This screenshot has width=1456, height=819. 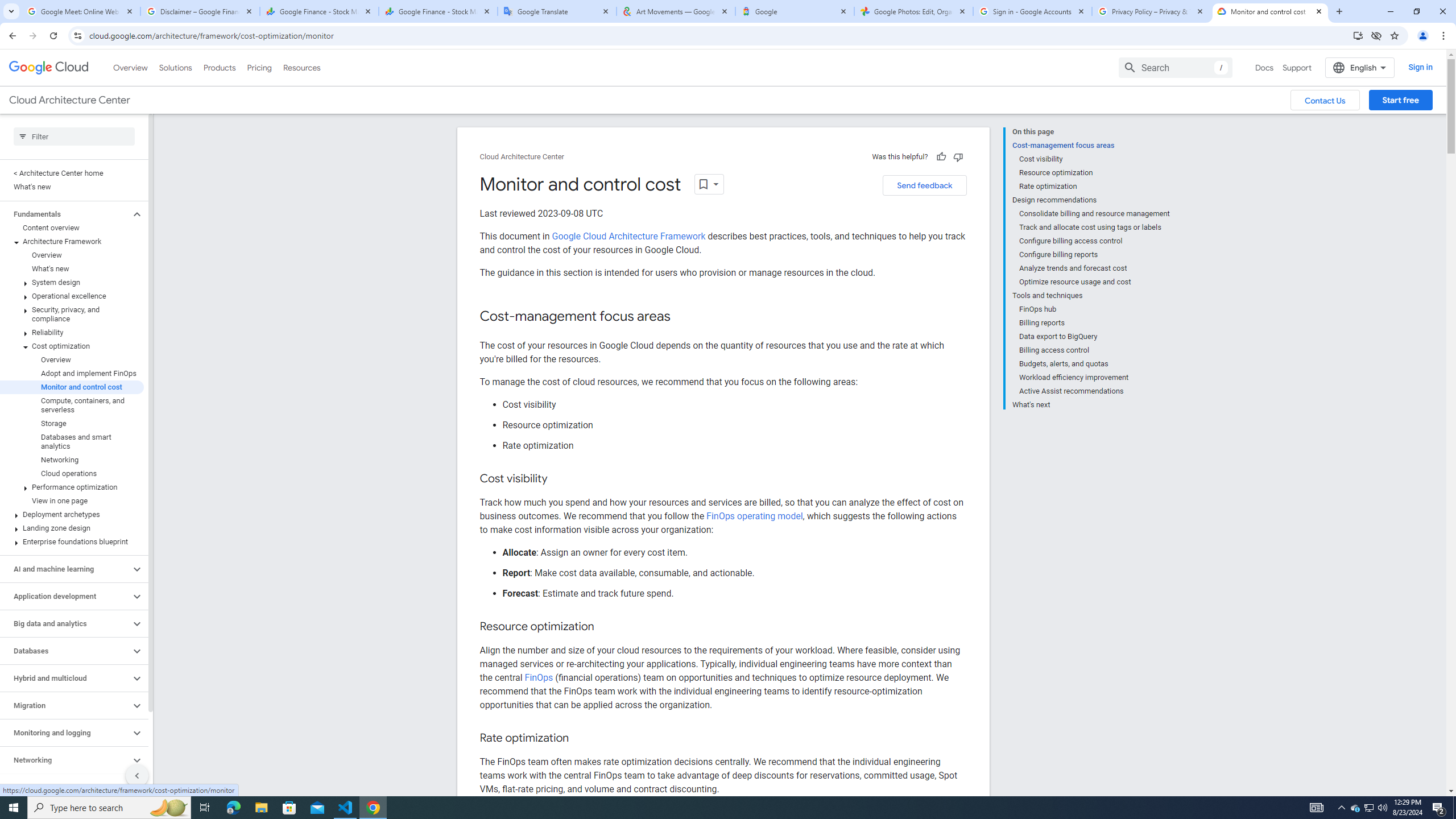 What do you see at coordinates (1090, 144) in the screenshot?
I see `'Cost-management focus areas'` at bounding box center [1090, 144].